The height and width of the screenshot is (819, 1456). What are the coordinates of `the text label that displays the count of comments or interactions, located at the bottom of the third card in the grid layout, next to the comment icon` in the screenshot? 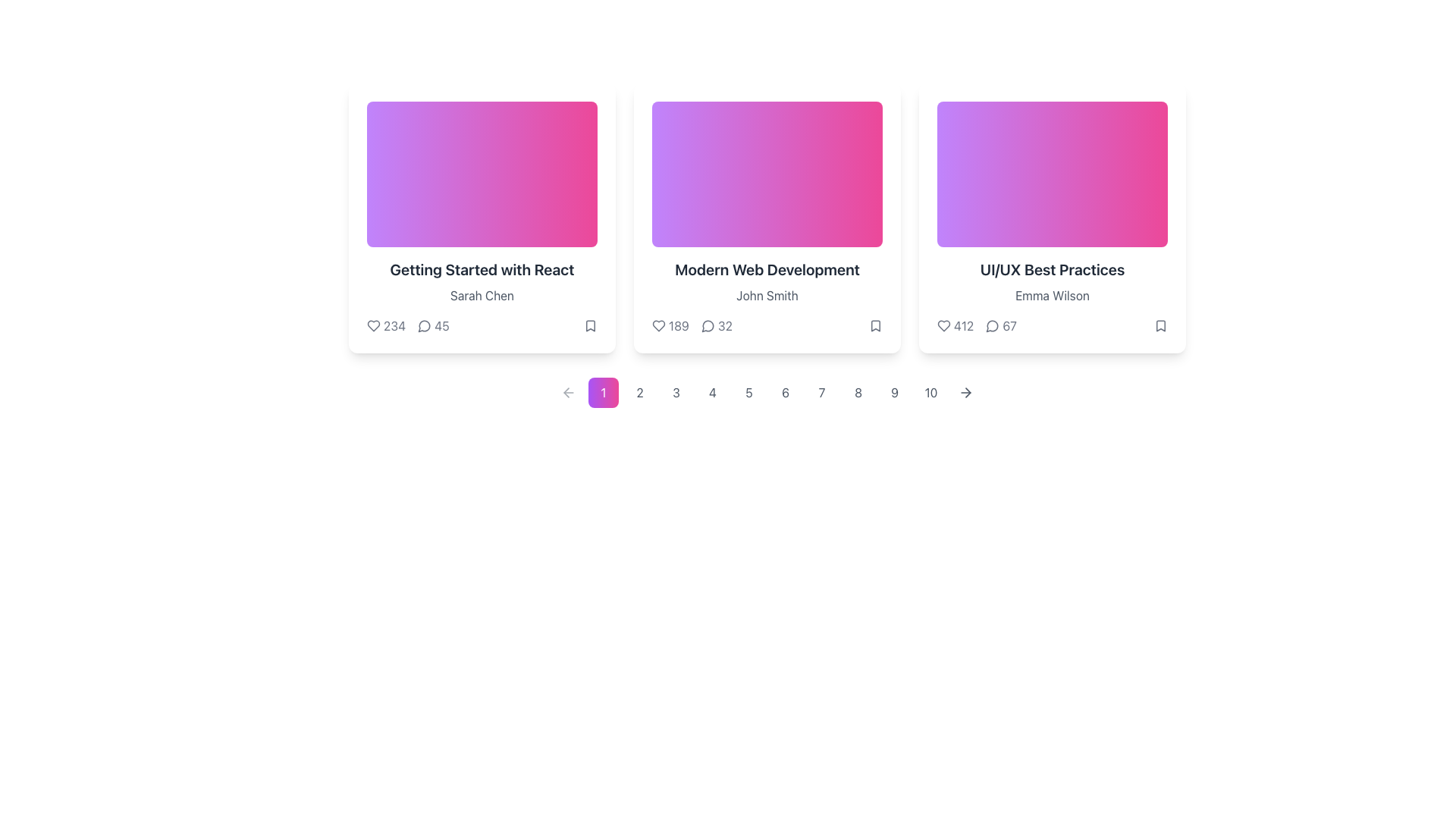 It's located at (1009, 325).